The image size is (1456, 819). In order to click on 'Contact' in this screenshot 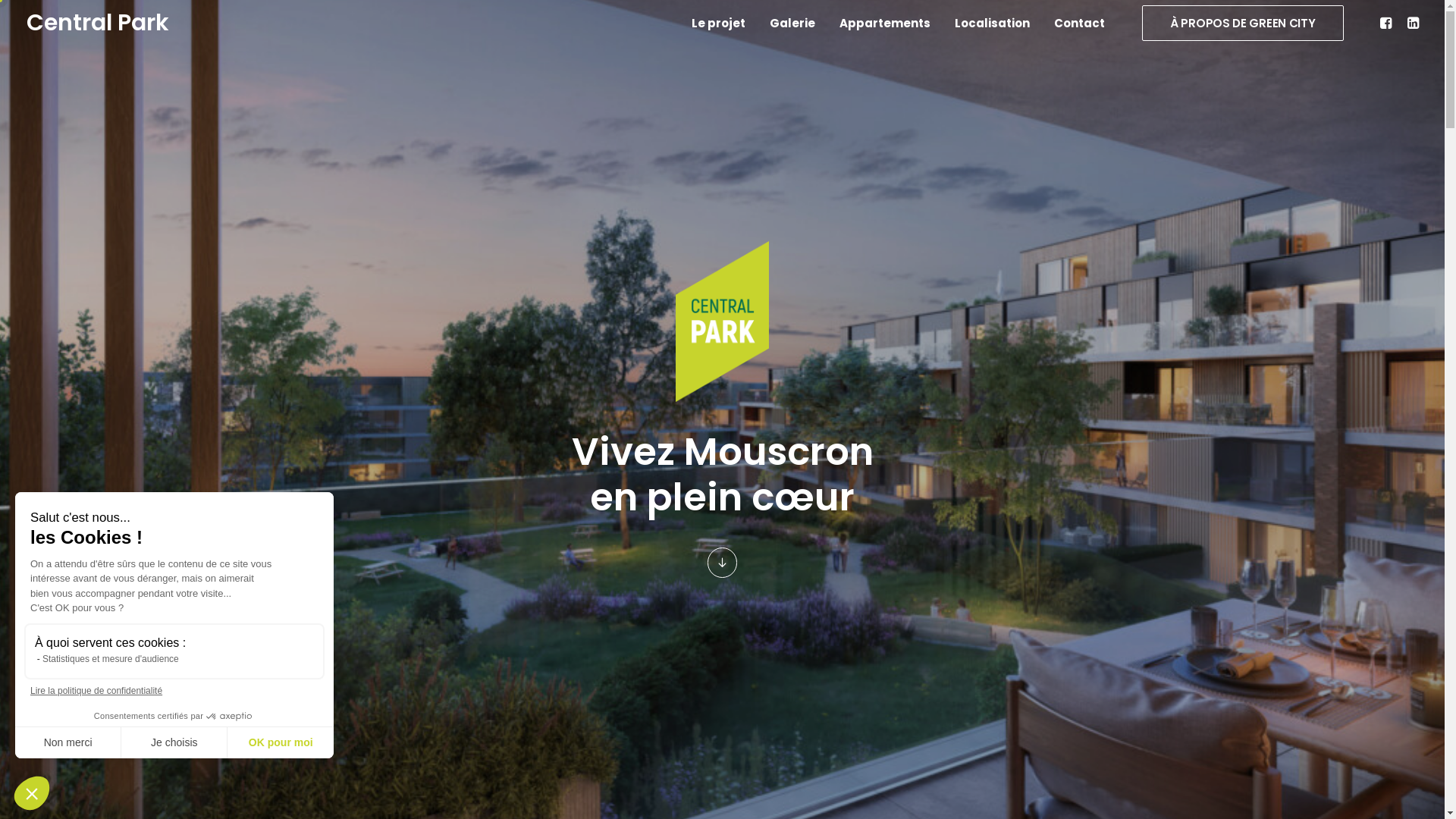, I will do `click(1073, 23)`.